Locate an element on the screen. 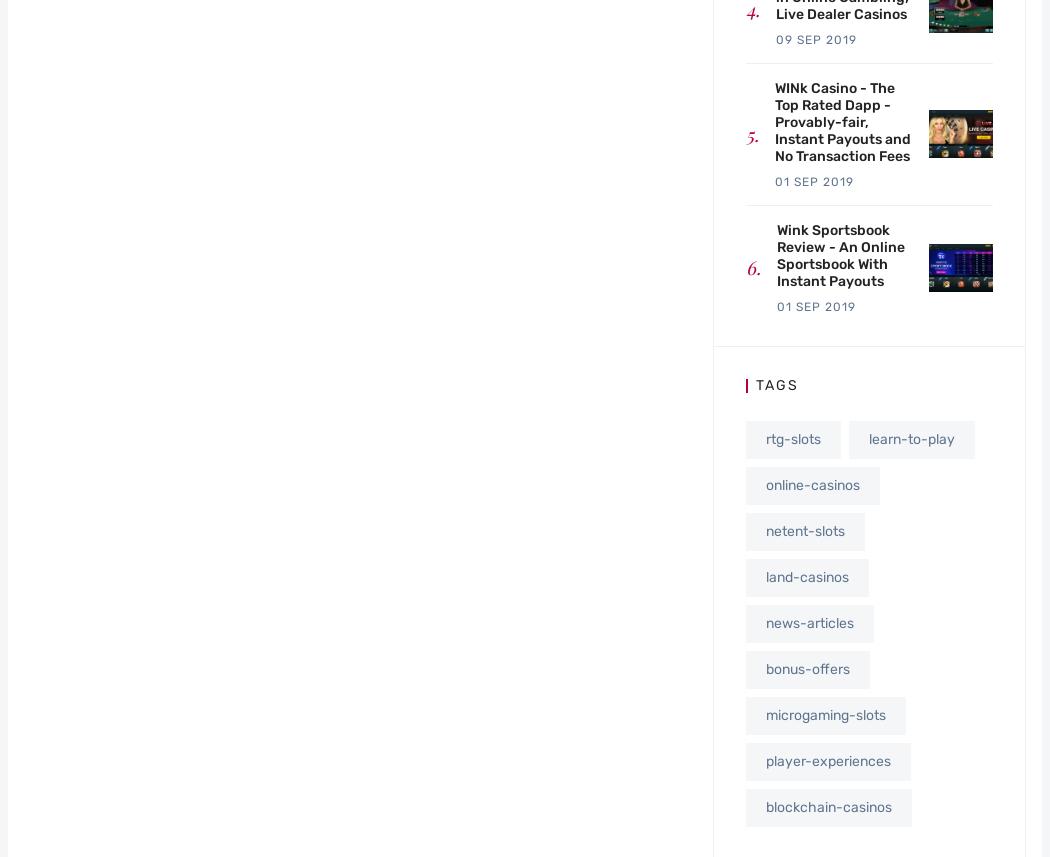 The image size is (1050, 857). 'bonus-offers' is located at coordinates (806, 667).